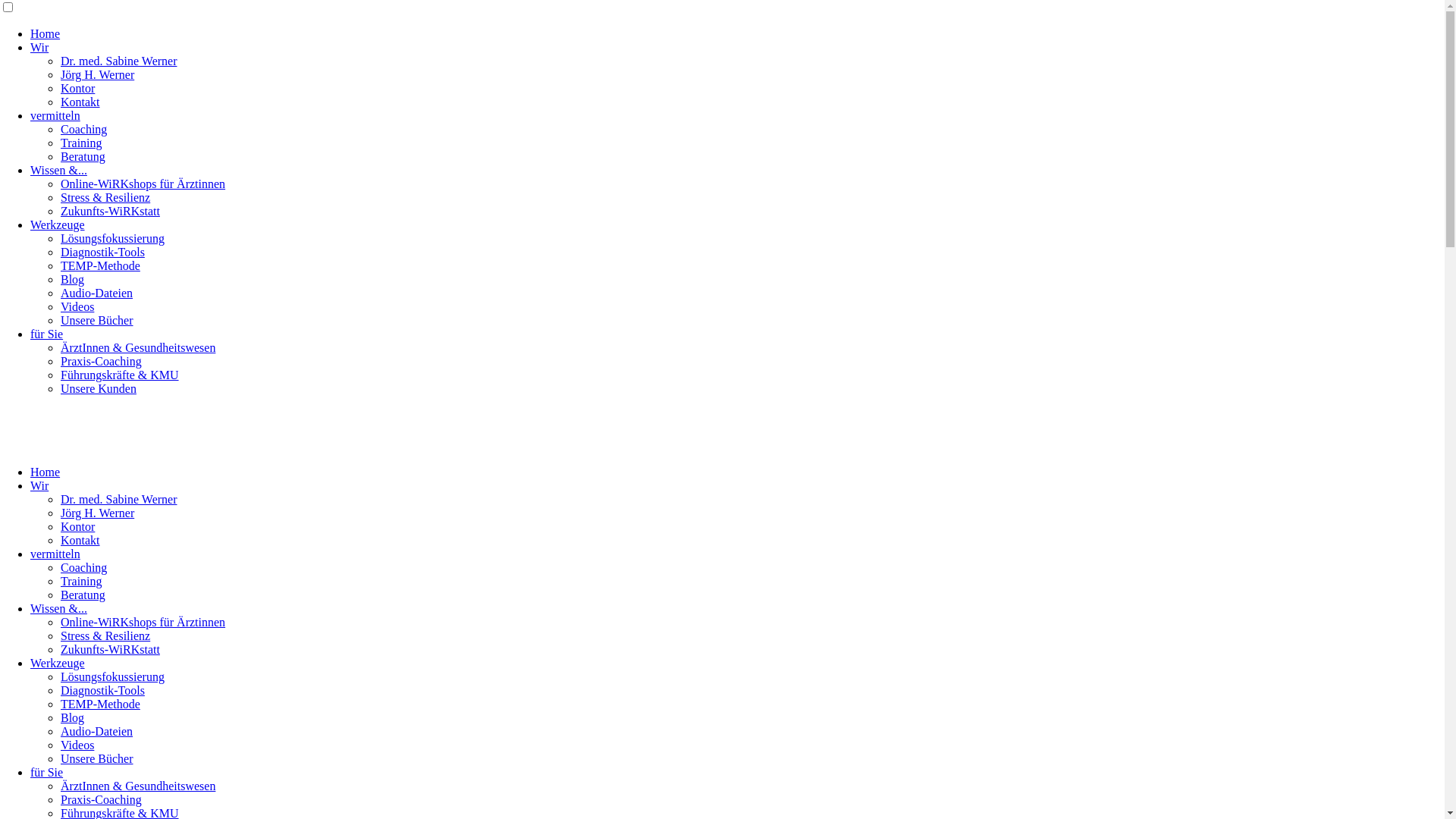  Describe the element at coordinates (105, 635) in the screenshot. I see `'Stress & Resilienz'` at that location.